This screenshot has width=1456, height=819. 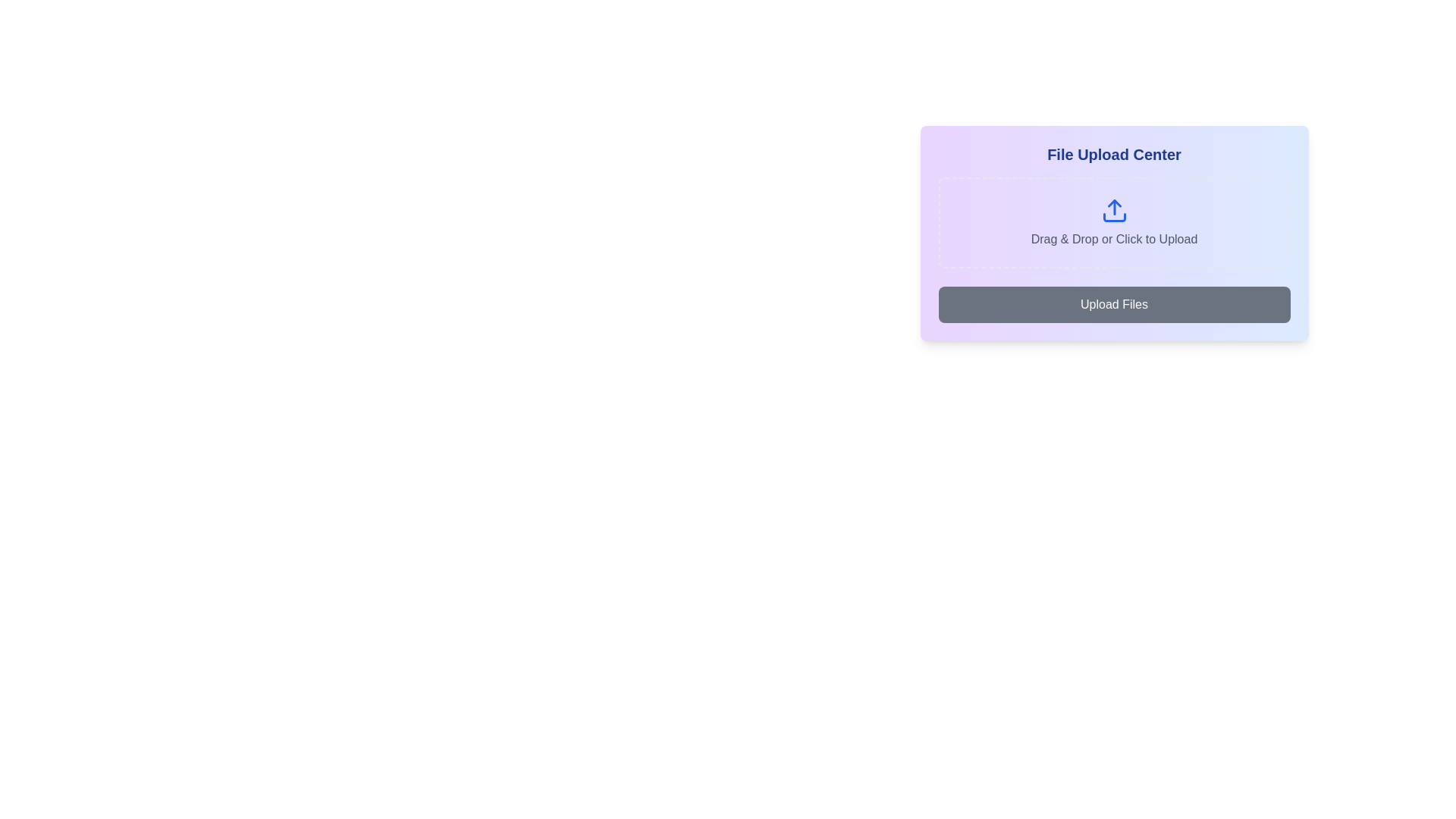 I want to click on instruction text label located in the 'File Upload Center' section, which guides users to drag and drop files or click to upload, so click(x=1114, y=239).